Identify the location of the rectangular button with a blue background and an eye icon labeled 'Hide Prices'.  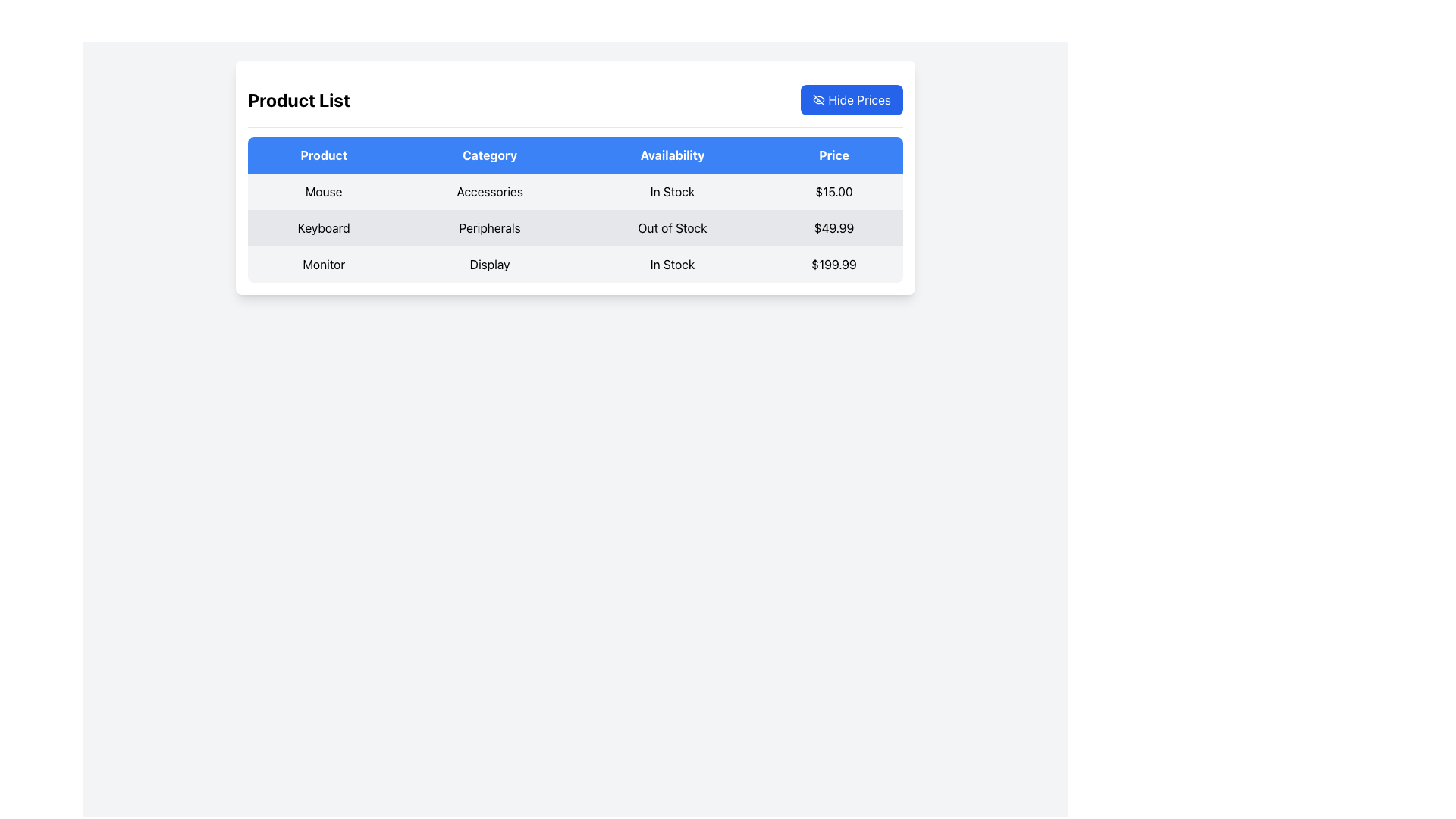
(852, 99).